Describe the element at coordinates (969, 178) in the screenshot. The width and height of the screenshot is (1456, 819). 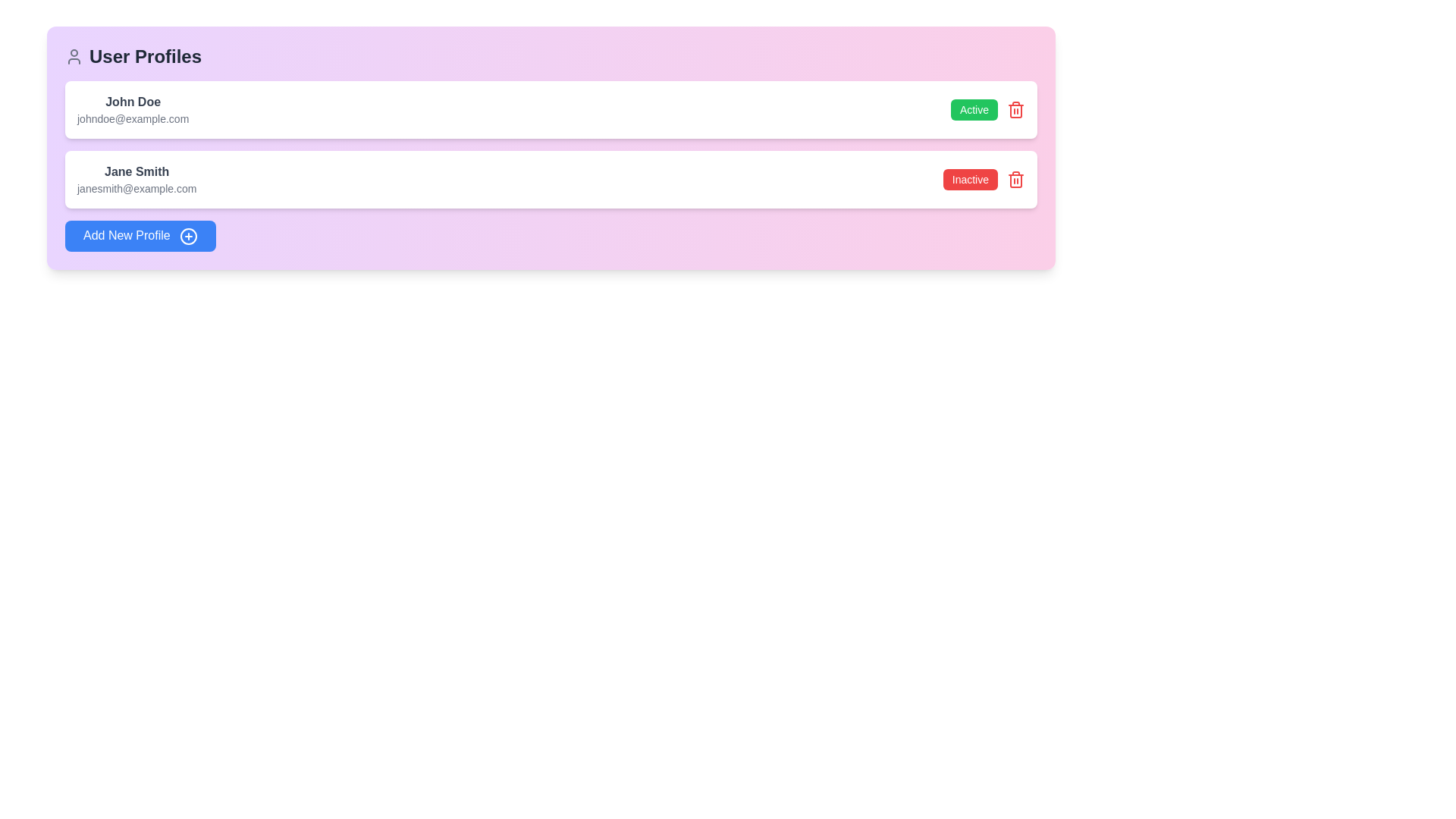
I see `the status indicator button located in the second row of the user profile list, which shows 'Inactive' status for Jane Smith` at that location.